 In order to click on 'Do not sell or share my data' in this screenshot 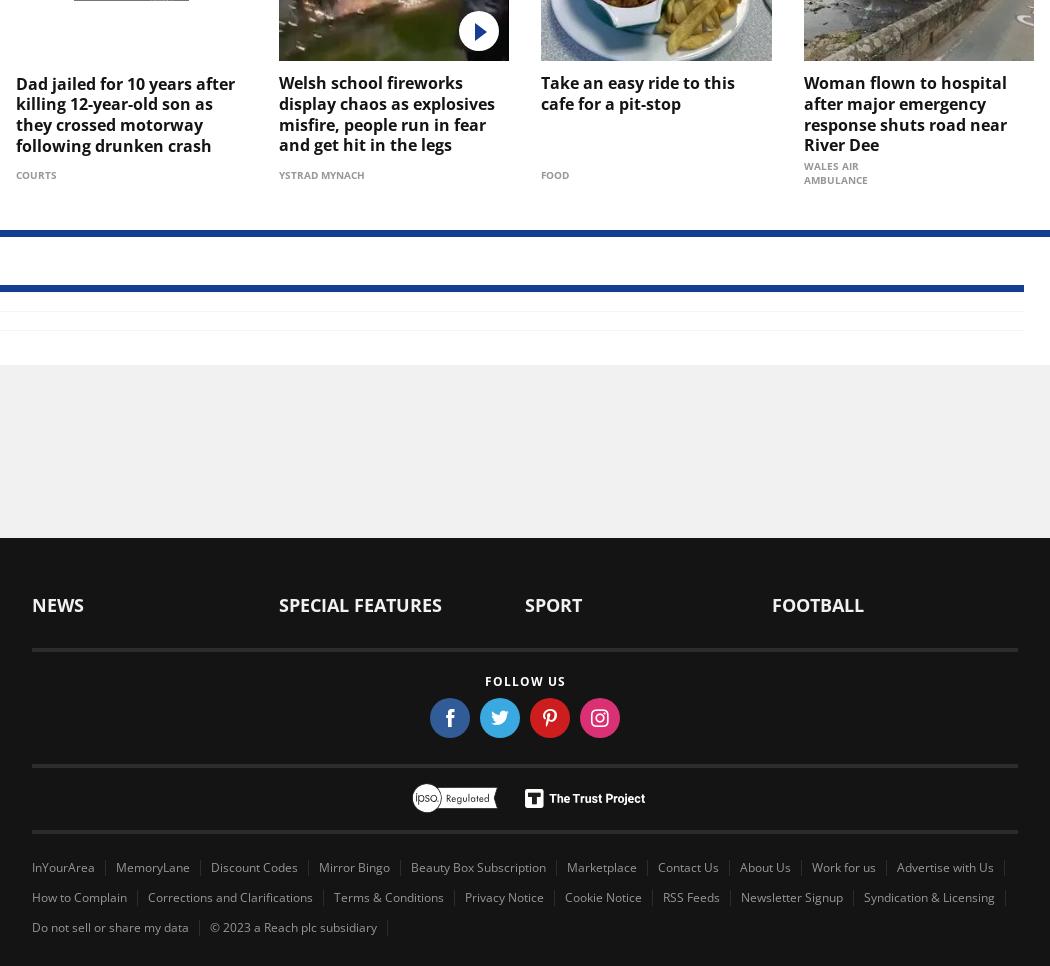, I will do `click(110, 926)`.